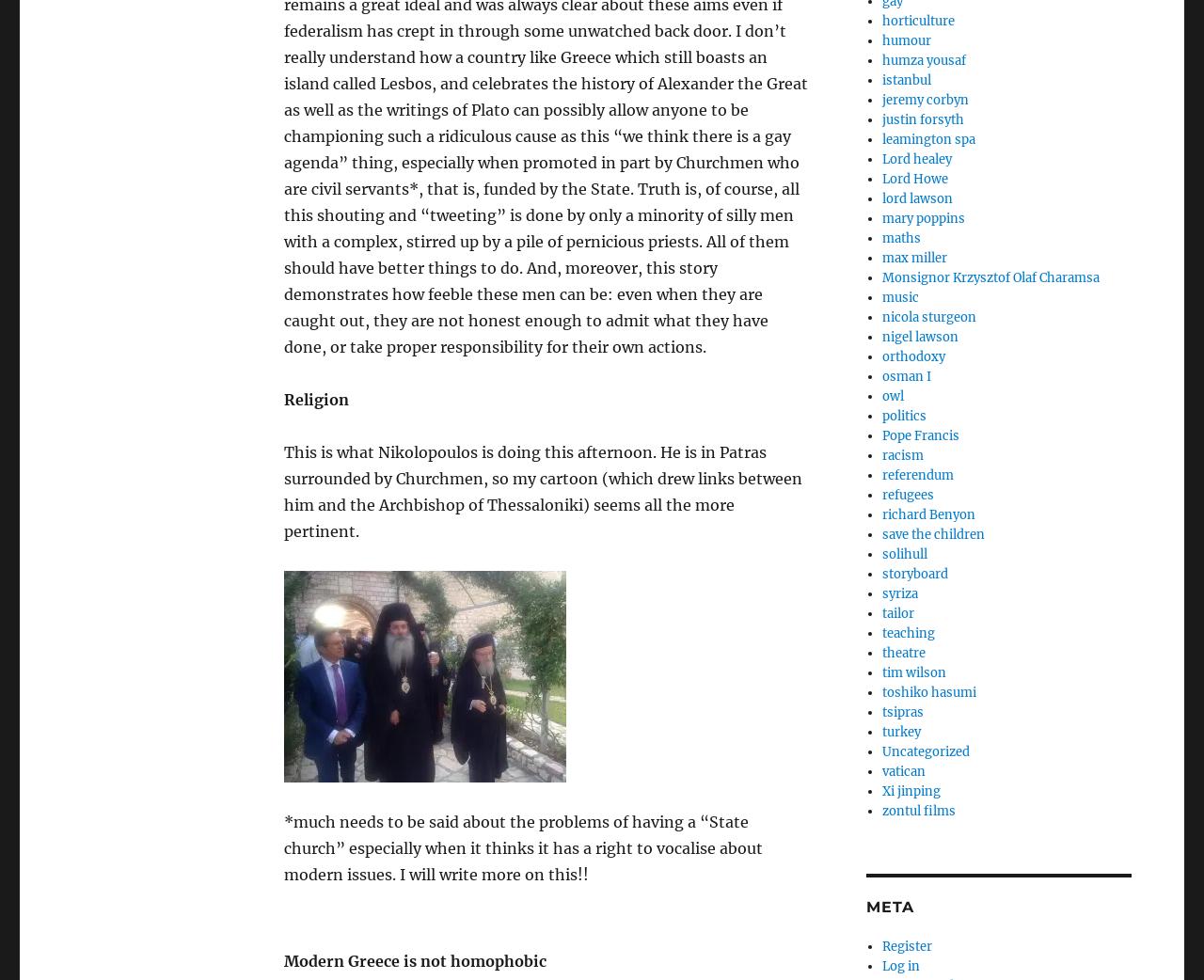  Describe the element at coordinates (879, 79) in the screenshot. I see `'istanbul'` at that location.